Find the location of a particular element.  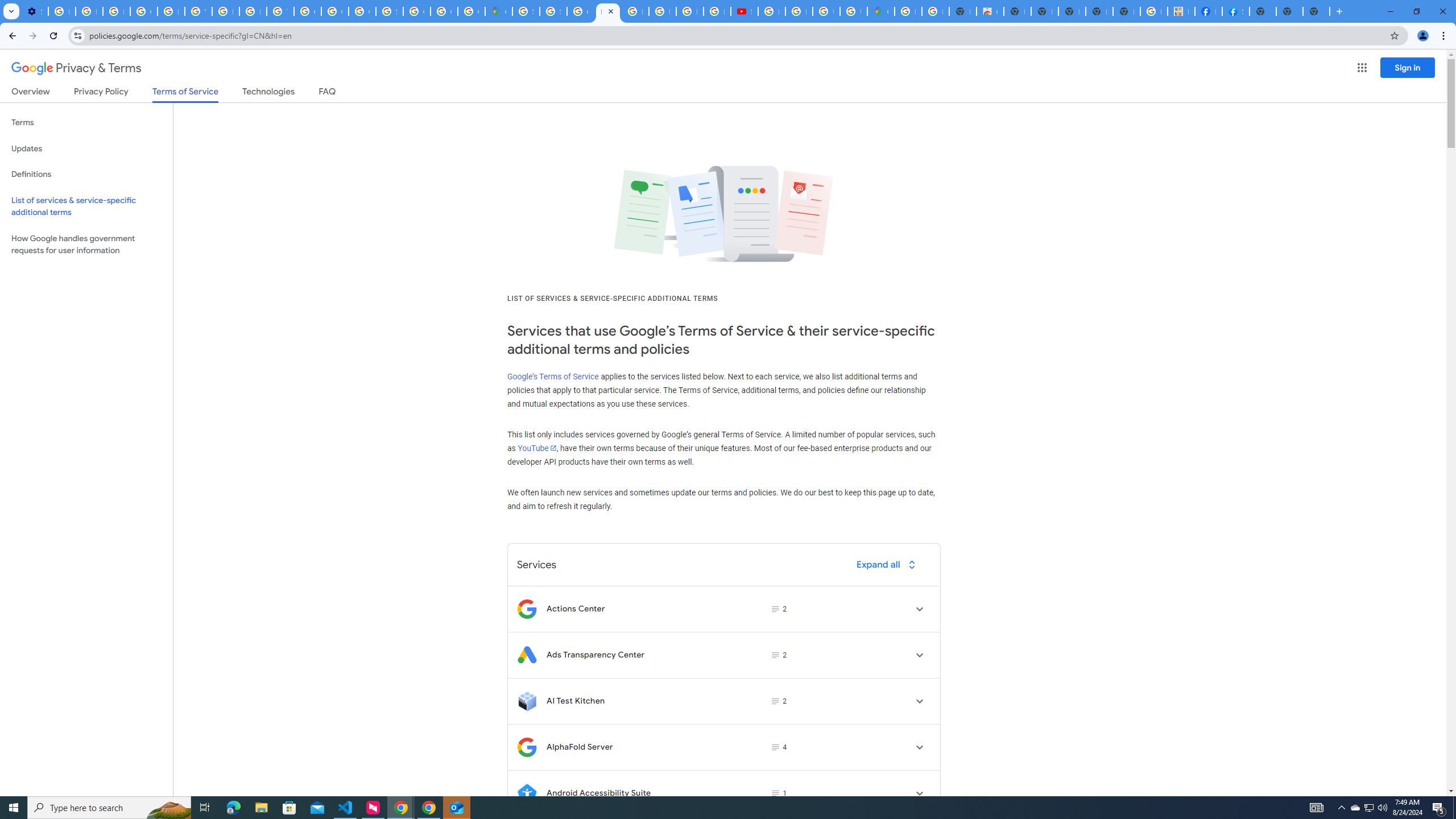

'Logo for Actions Center' is located at coordinates (526, 608).